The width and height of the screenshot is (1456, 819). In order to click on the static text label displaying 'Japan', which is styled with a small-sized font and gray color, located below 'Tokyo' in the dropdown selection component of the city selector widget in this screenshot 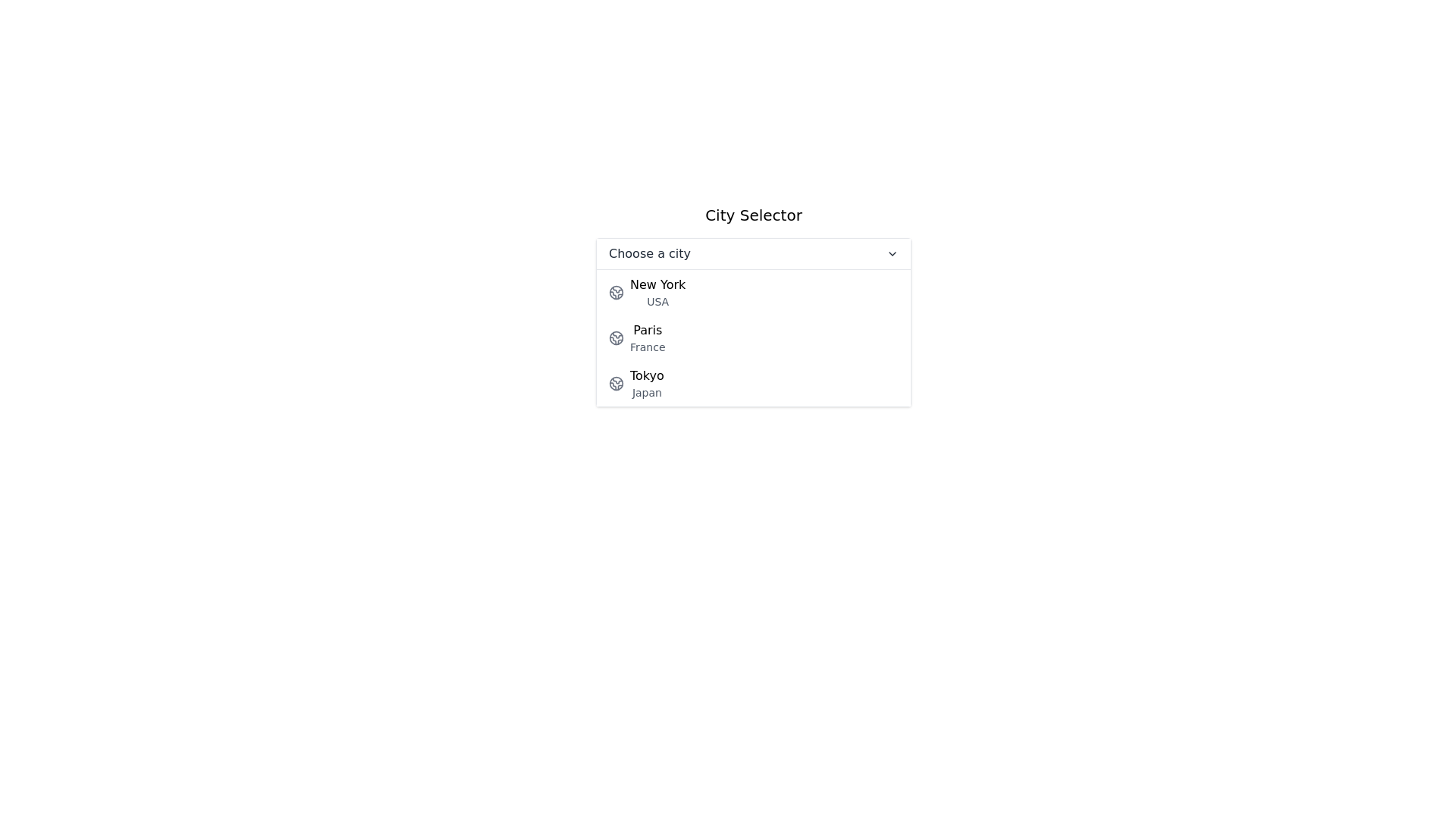, I will do `click(647, 391)`.